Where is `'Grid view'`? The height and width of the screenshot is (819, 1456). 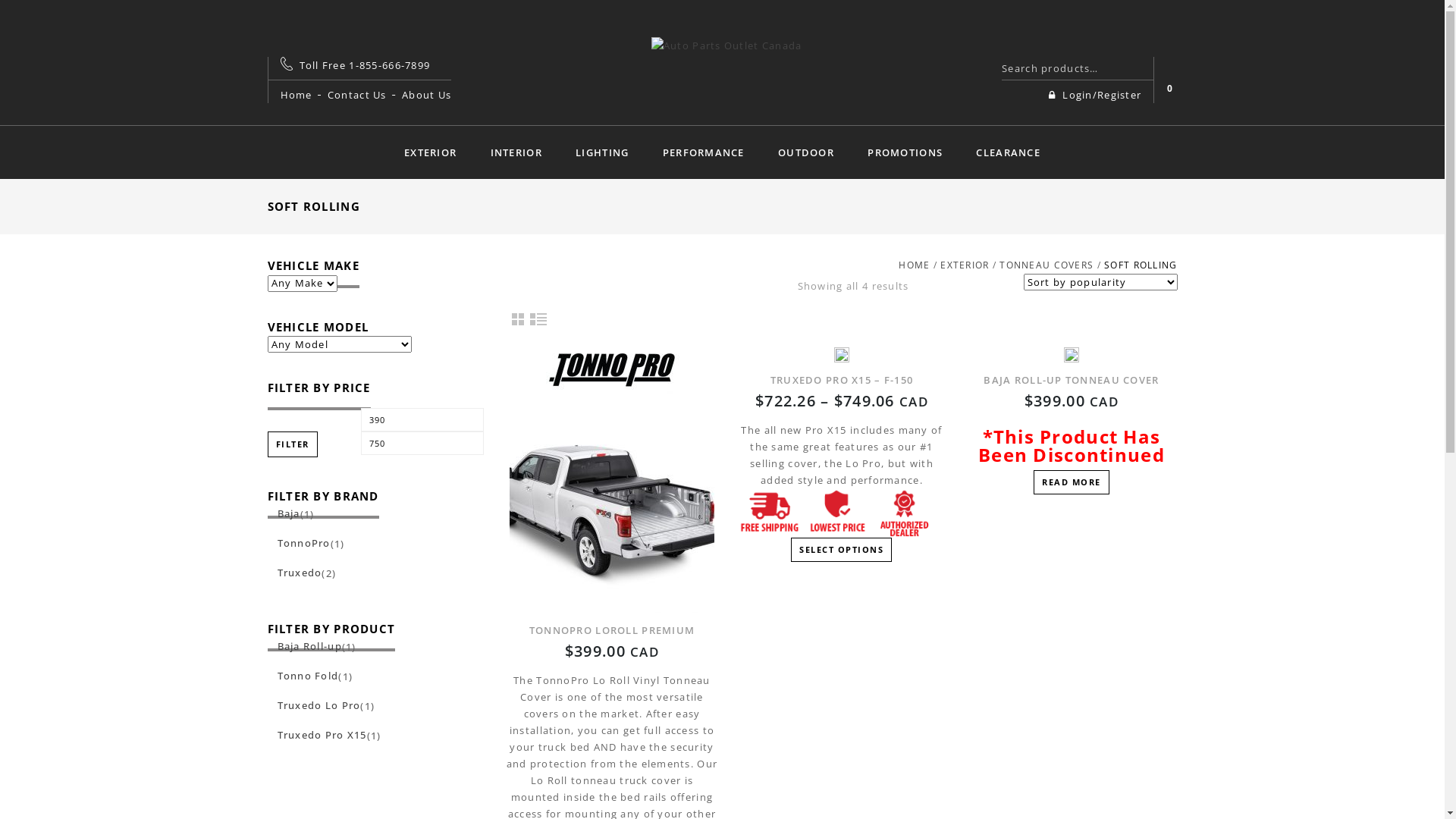
'Grid view' is located at coordinates (517, 318).